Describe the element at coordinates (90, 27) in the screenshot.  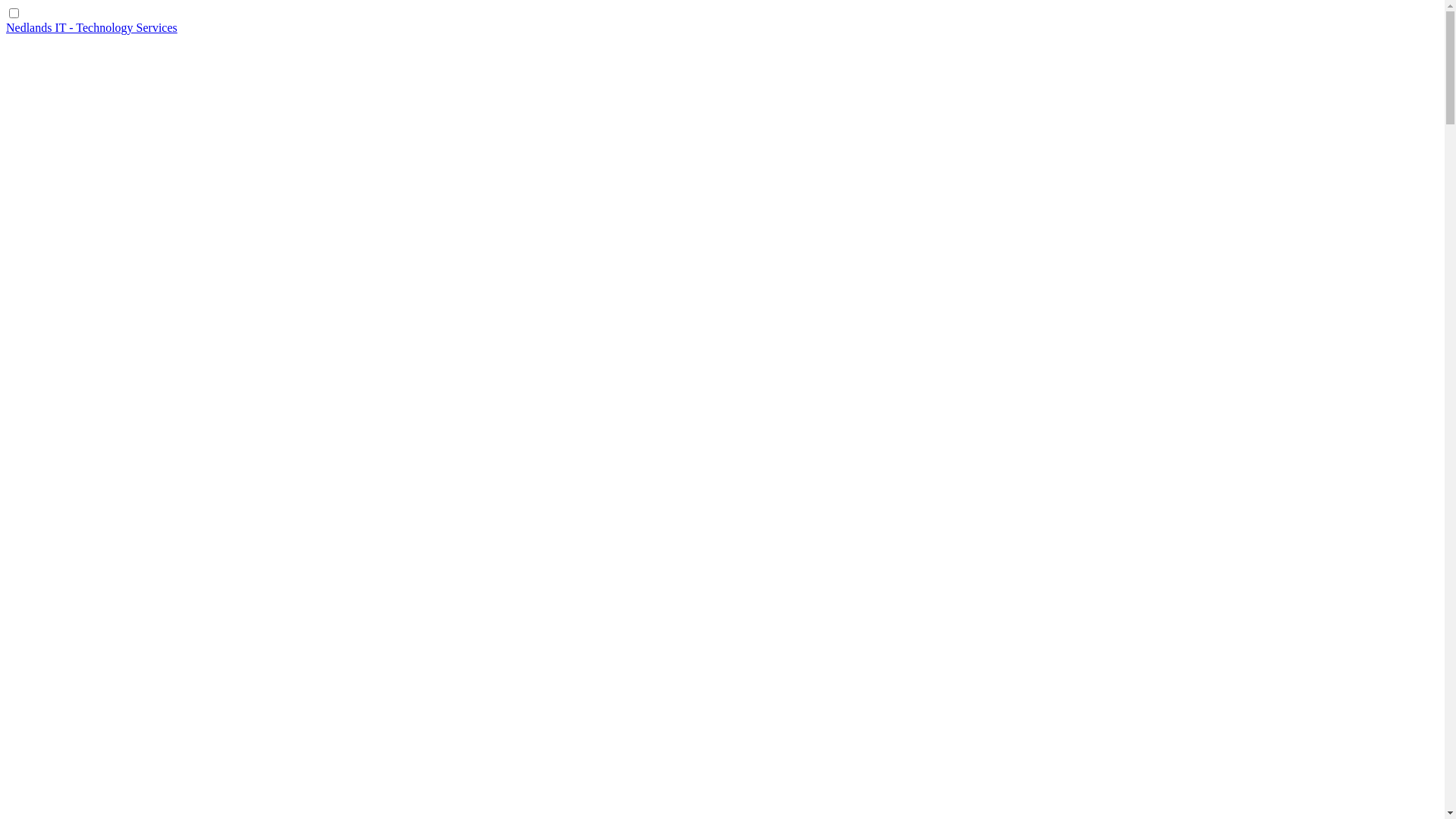
I see `'Nedlands IT - Technology Services'` at that location.